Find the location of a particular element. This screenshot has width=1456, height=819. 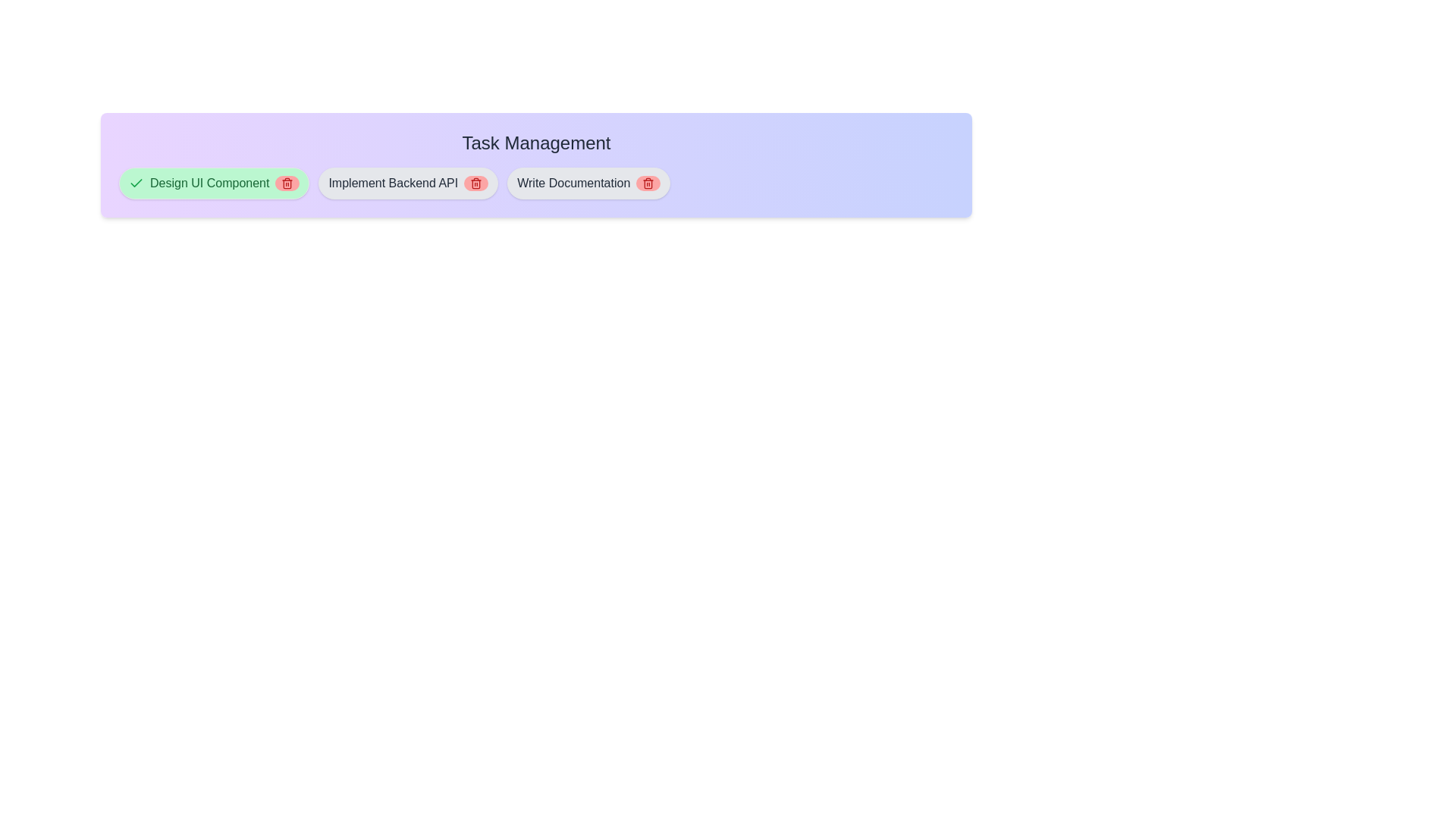

delete button for the task Design UI Component is located at coordinates (287, 183).